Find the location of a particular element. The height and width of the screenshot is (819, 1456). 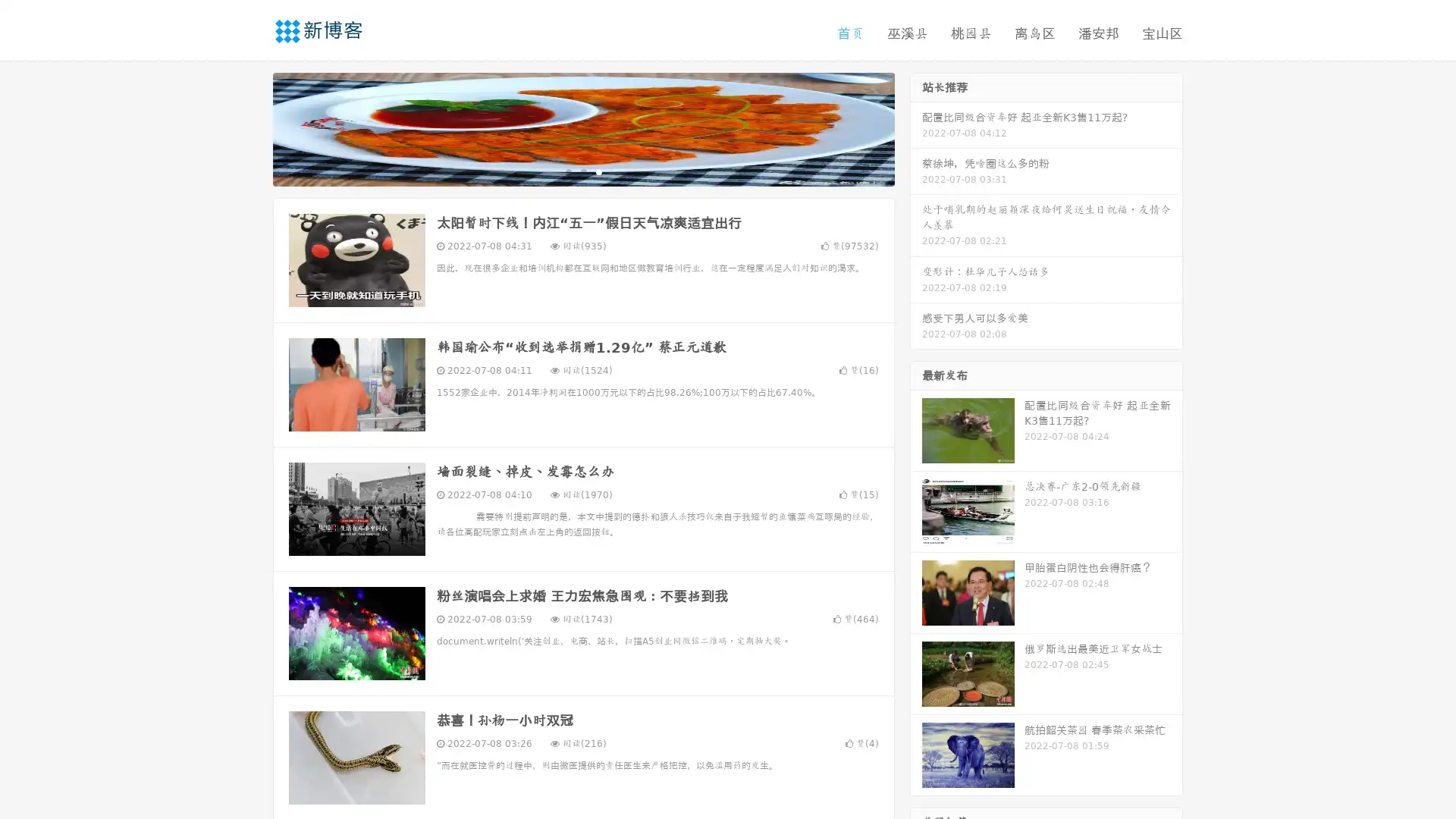

Go to slide 2 is located at coordinates (582, 171).